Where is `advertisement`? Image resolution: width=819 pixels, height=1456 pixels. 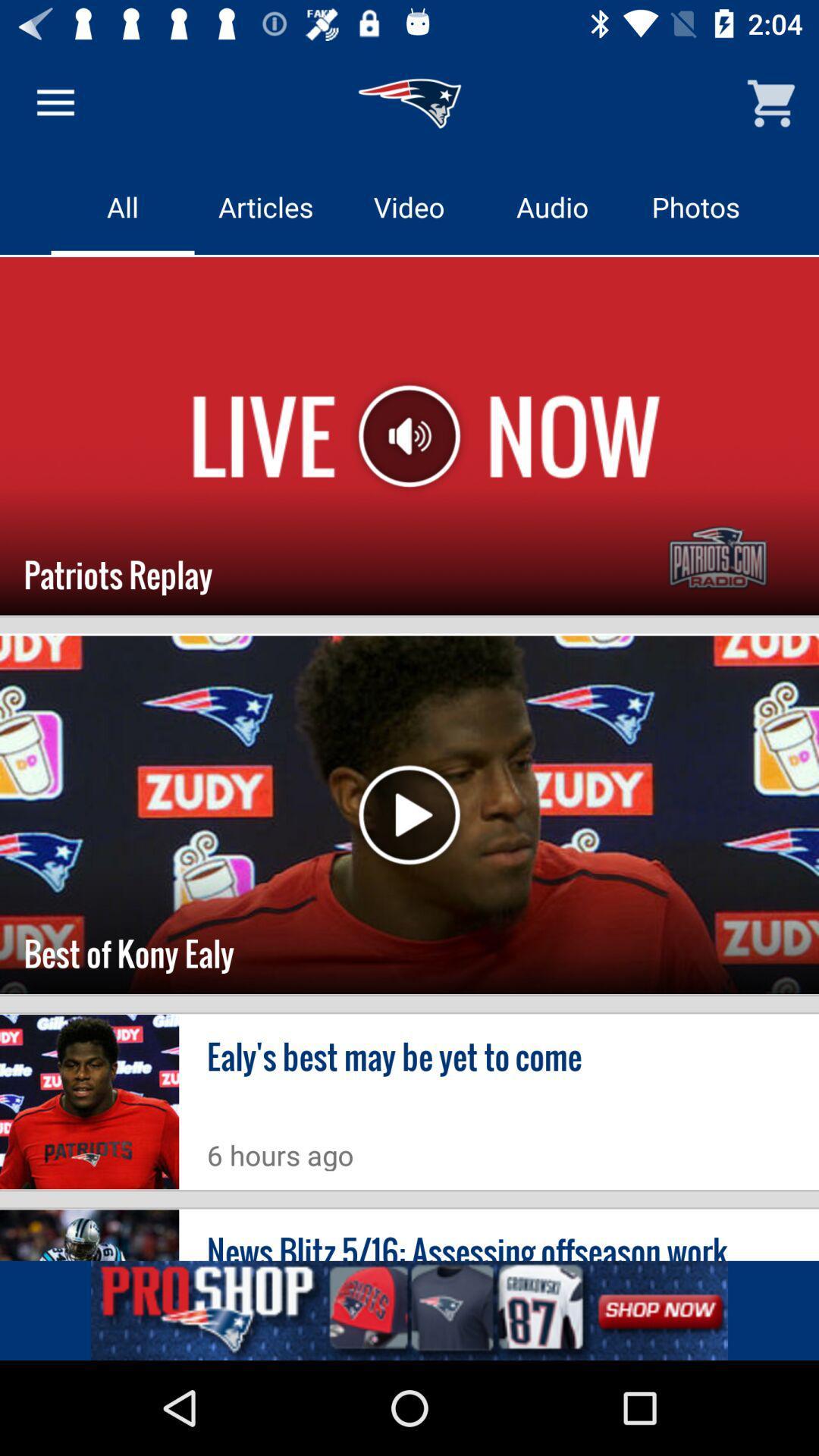 advertisement is located at coordinates (409, 1310).